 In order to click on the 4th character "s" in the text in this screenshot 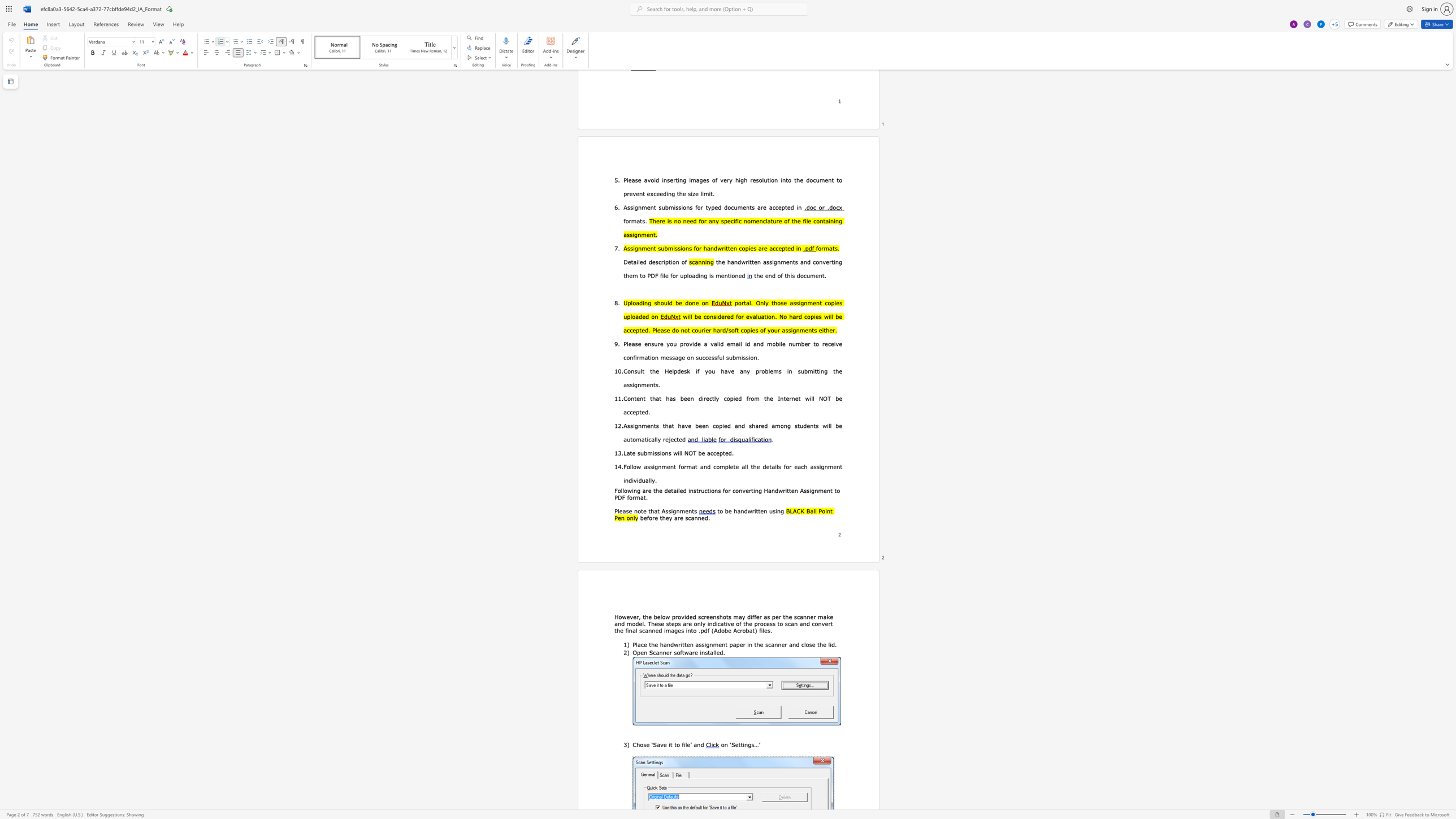, I will do `click(669, 453)`.